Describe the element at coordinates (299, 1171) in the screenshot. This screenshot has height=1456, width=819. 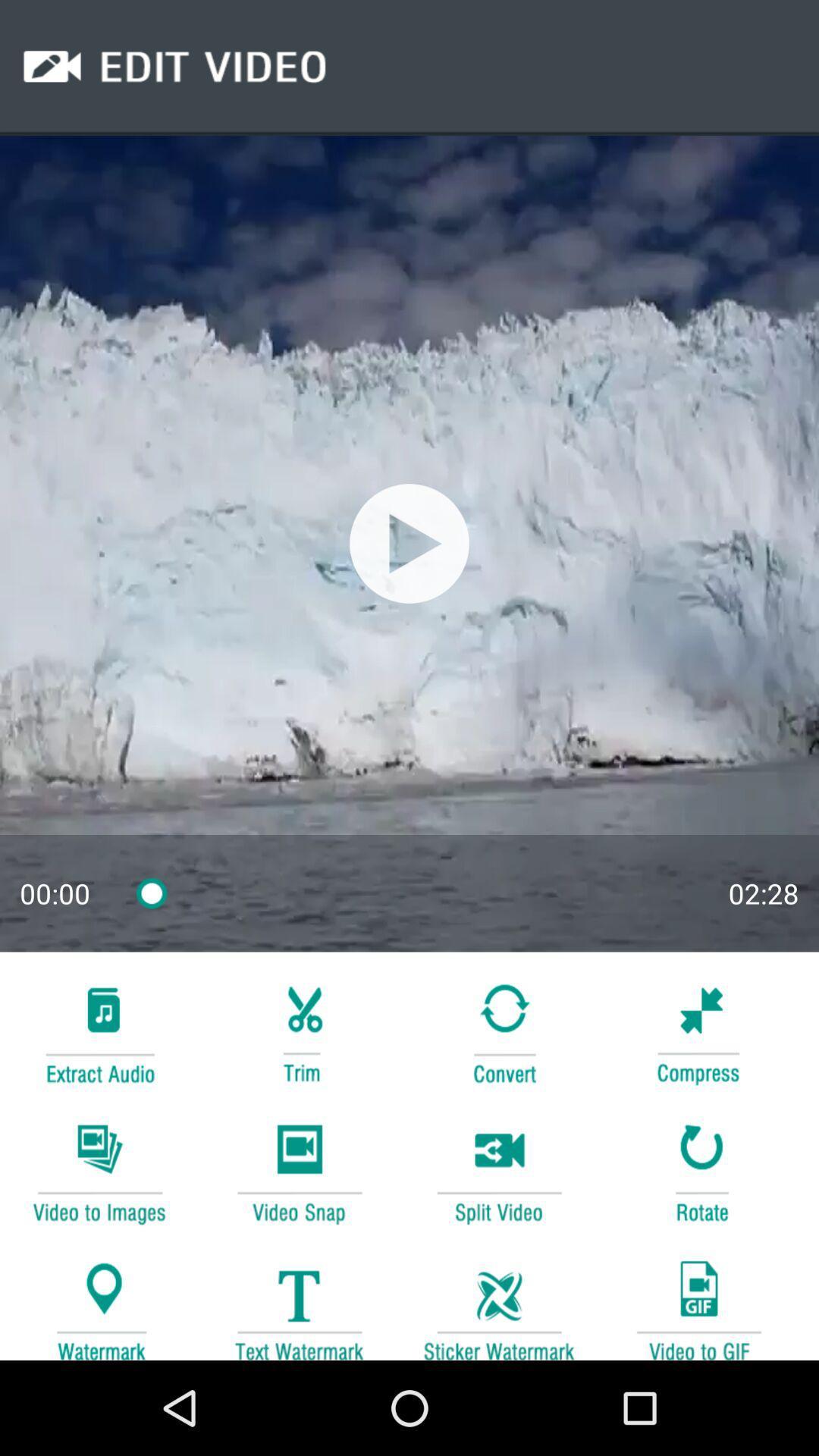
I see `take video snap` at that location.